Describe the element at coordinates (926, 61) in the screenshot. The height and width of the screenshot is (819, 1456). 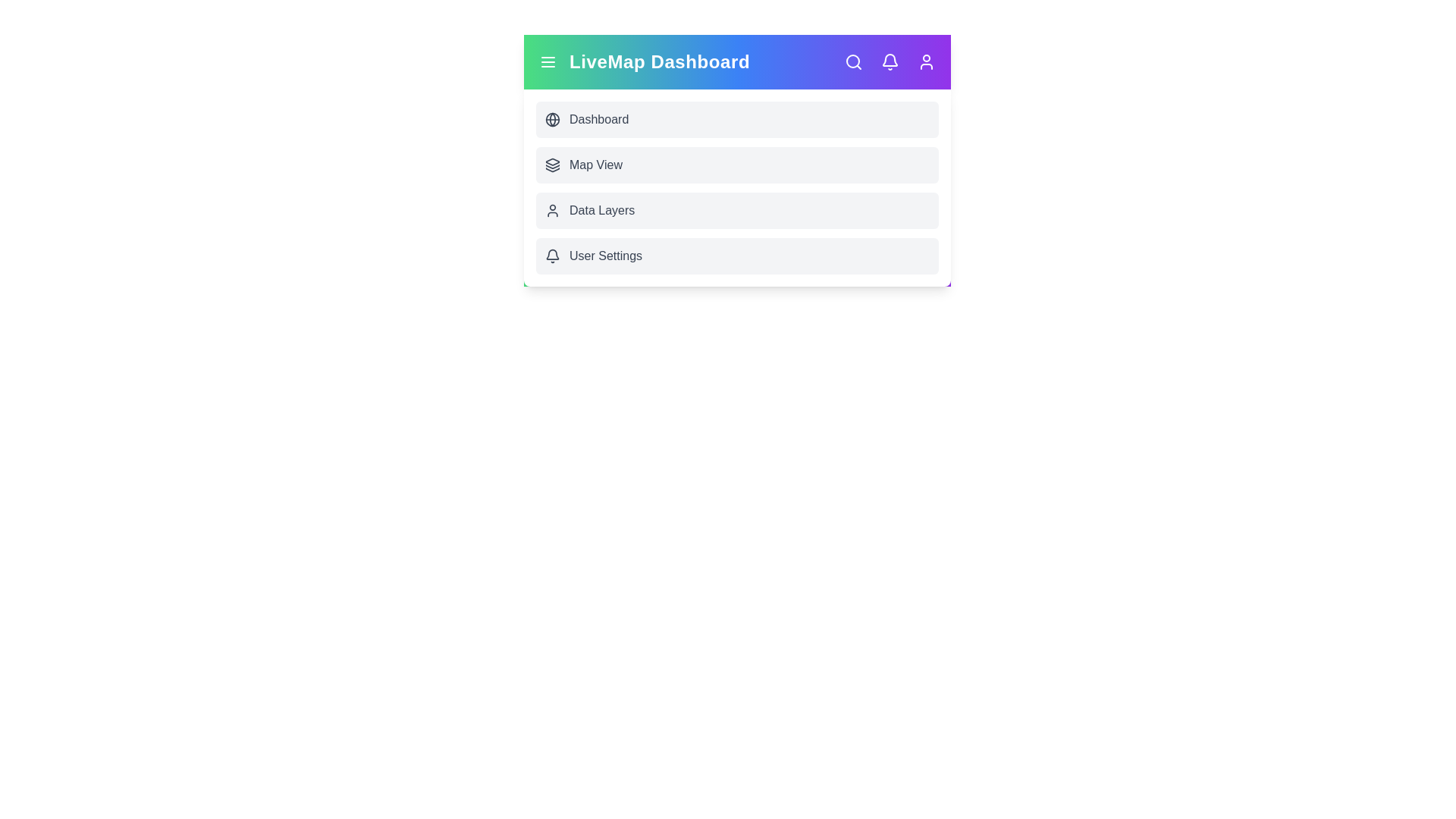
I see `the interactive element Profile Icon to view its visual feedback` at that location.